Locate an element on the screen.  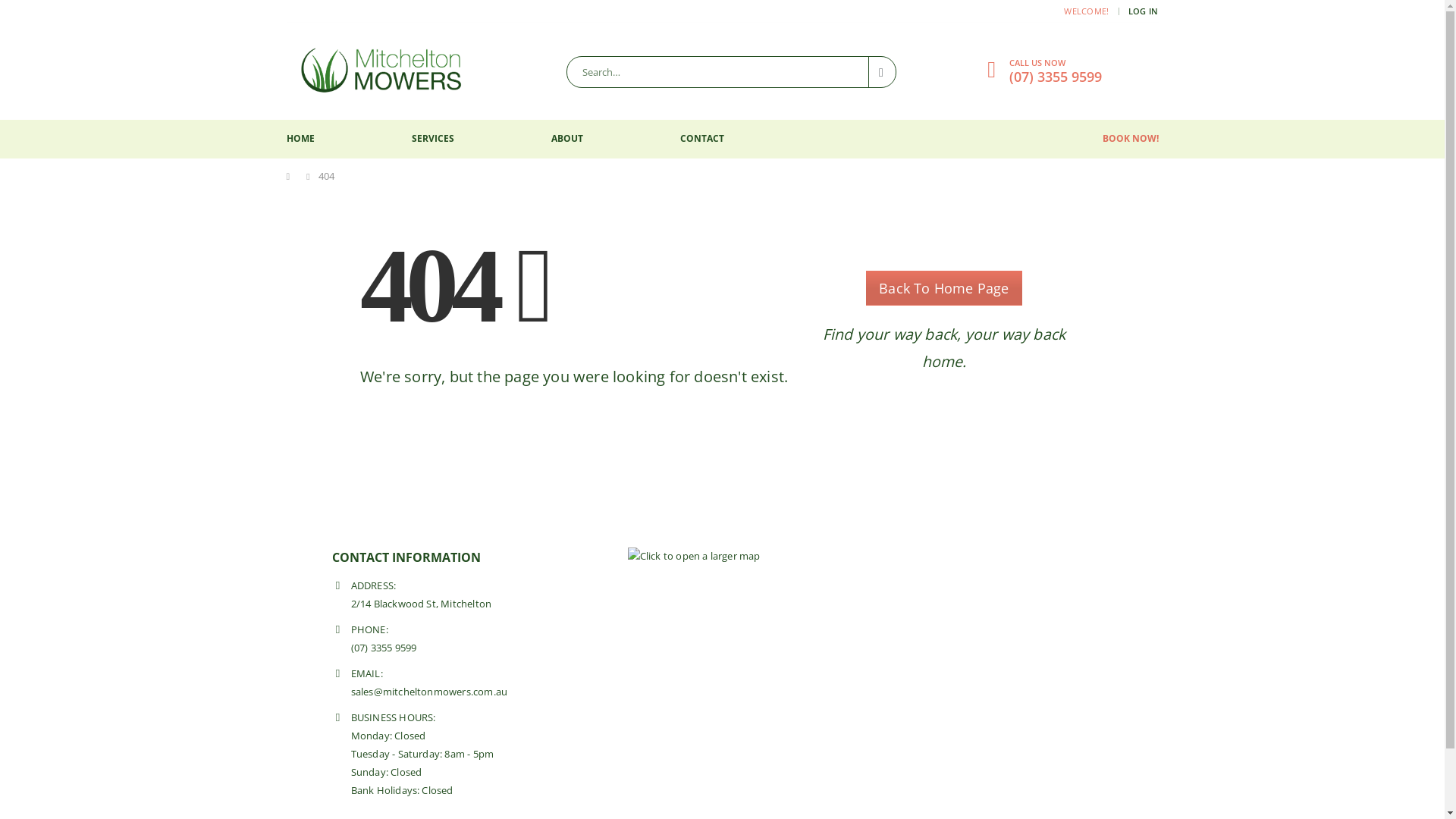
'Search' is located at coordinates (882, 72).